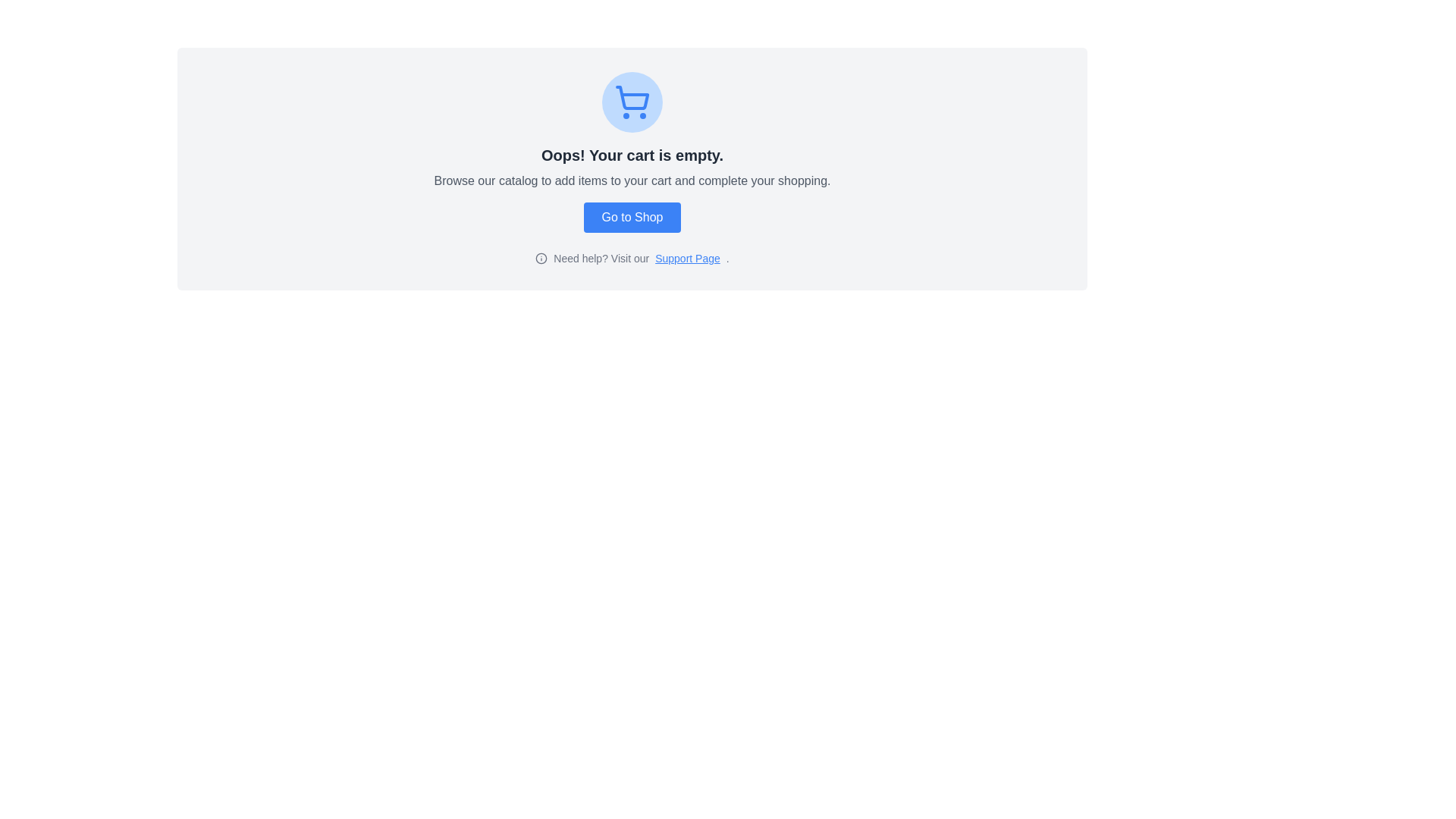 The height and width of the screenshot is (819, 1456). I want to click on the information indicator icon located at the bottom of the displayed card, adjacent to the text 'Need help? Visit our Support Page.', so click(541, 257).